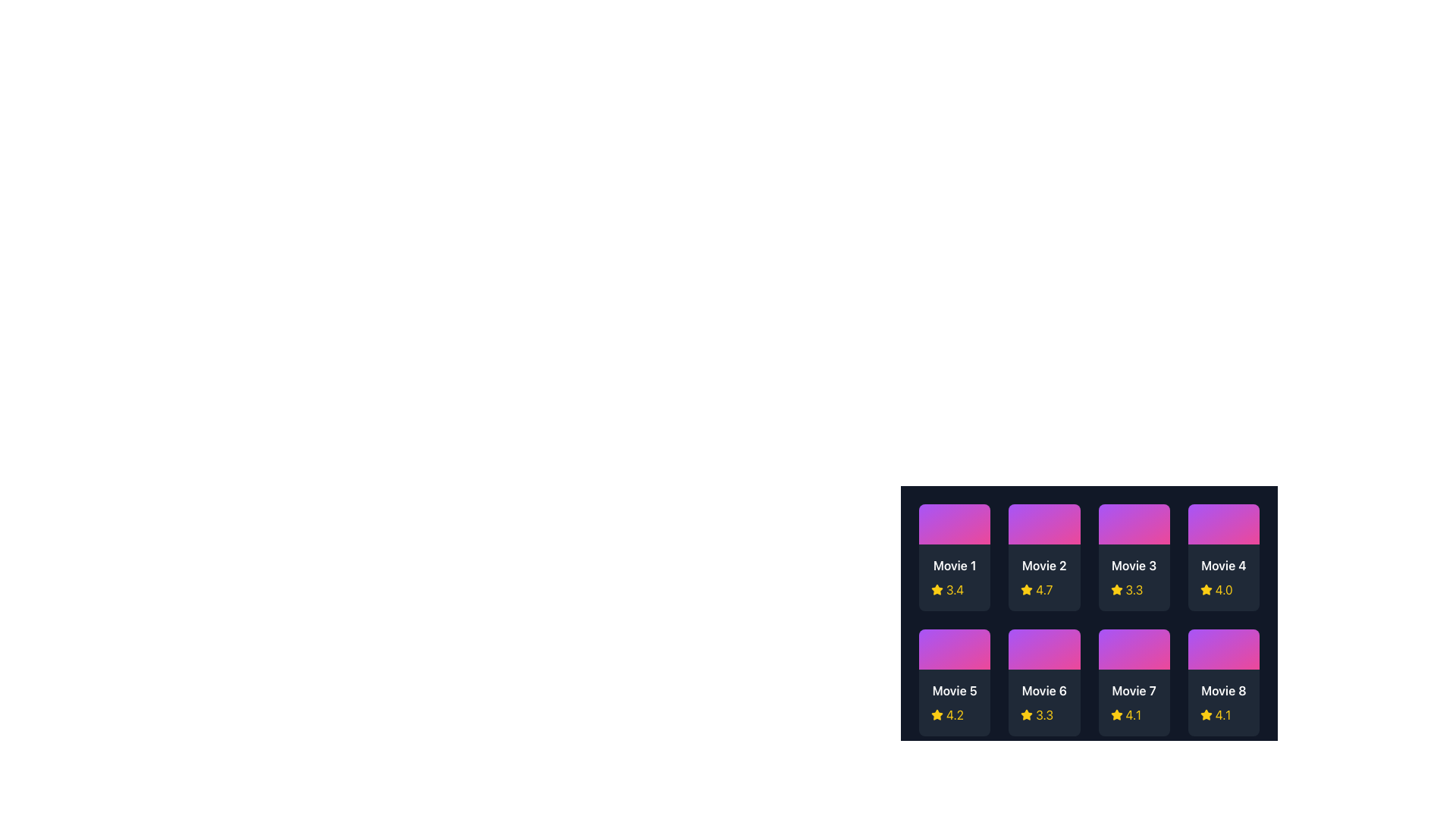 This screenshot has width=1456, height=819. Describe the element at coordinates (1134, 589) in the screenshot. I see `the rating element for 'Movie 3', which consists of a star icon and a numerical rating text, located in the bottom part of the grid cell` at that location.